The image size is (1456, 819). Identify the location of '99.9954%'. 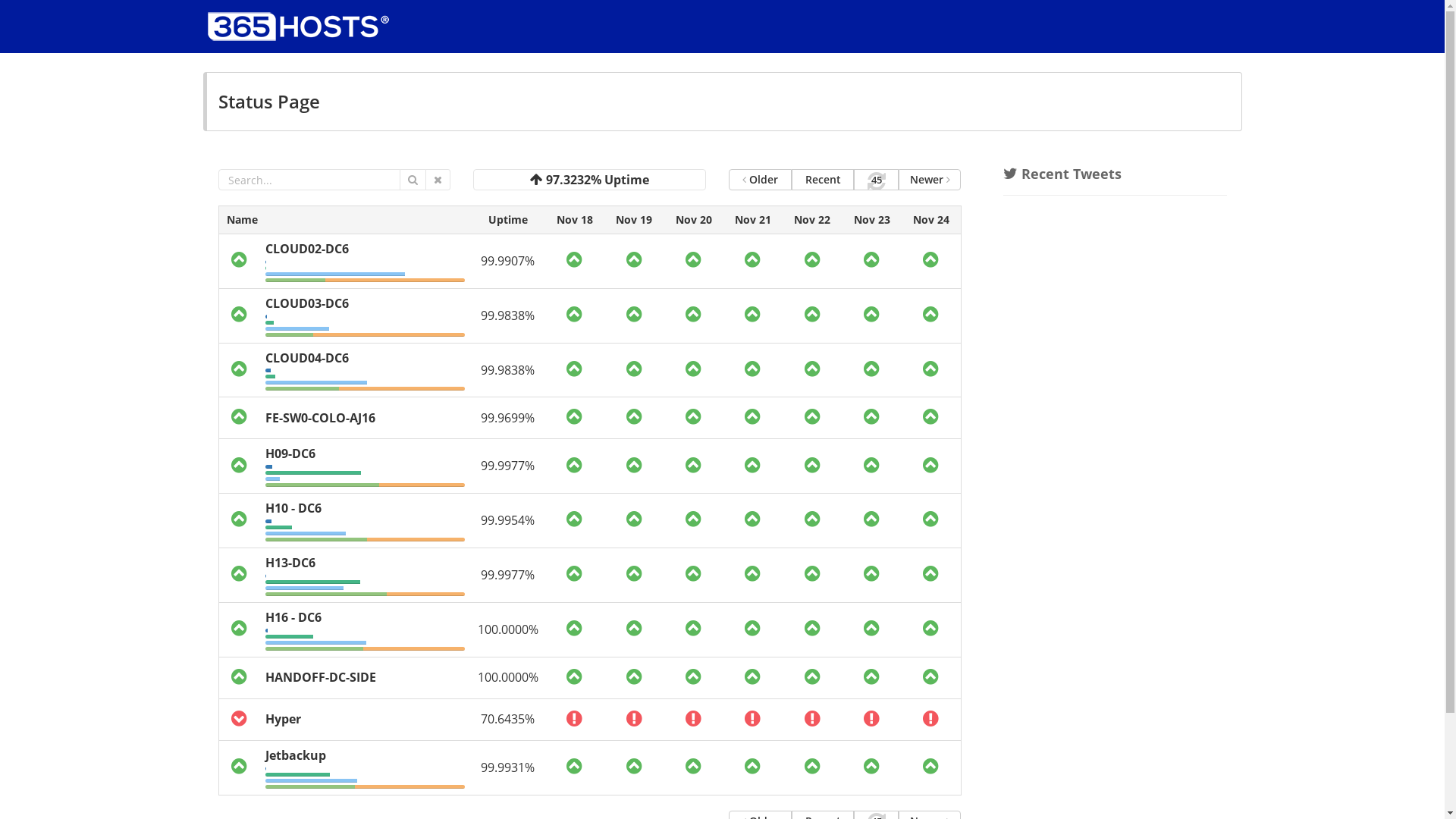
(507, 519).